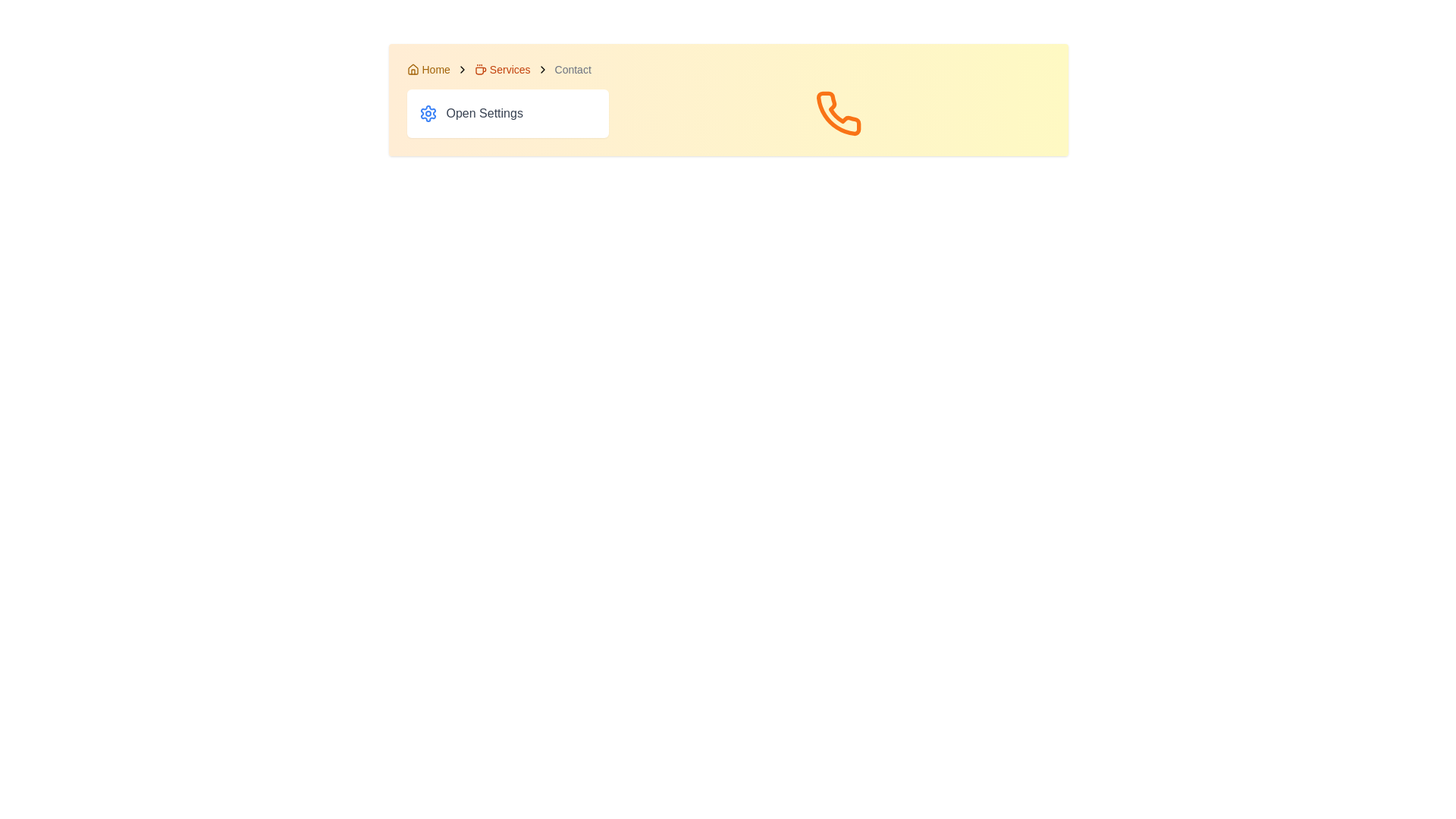 The height and width of the screenshot is (819, 1456). What do you see at coordinates (542, 70) in the screenshot?
I see `the third chevron icon in the breadcrumb navigation bar, located between 'Services' and 'Contact'` at bounding box center [542, 70].